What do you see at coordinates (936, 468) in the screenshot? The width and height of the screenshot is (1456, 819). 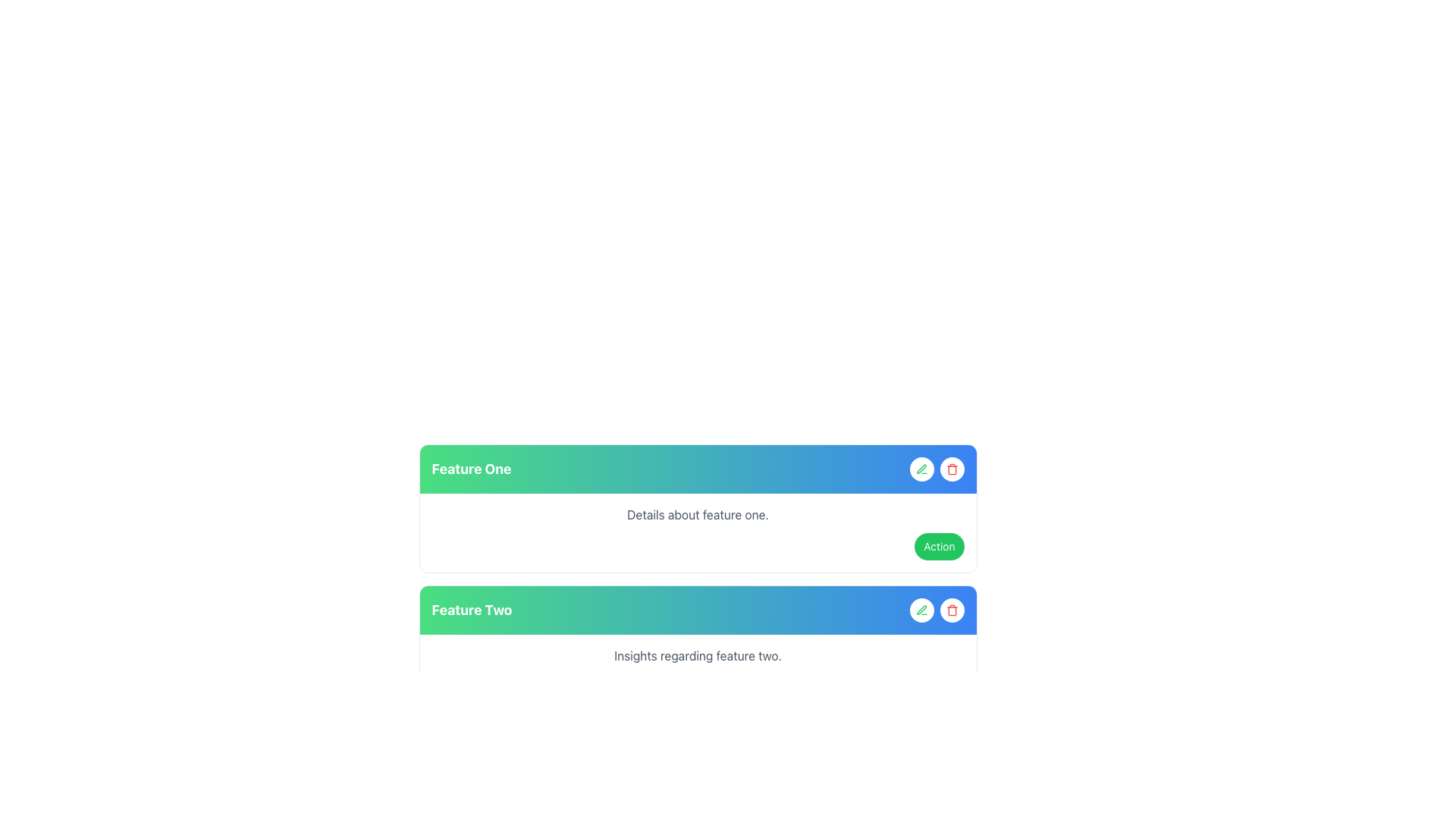 I see `the red delete button located on the right side of the edit button within the 'Feature One' card, which has a gradient background` at bounding box center [936, 468].